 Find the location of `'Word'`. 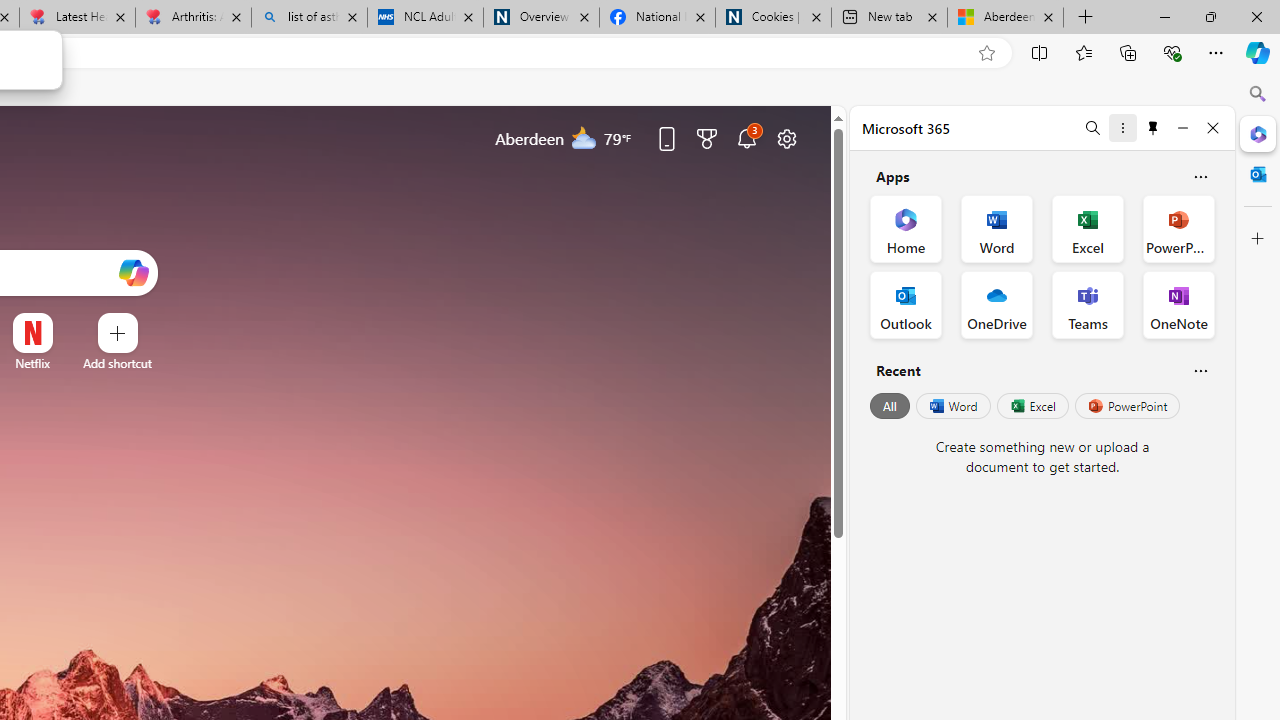

'Word' is located at coordinates (951, 405).